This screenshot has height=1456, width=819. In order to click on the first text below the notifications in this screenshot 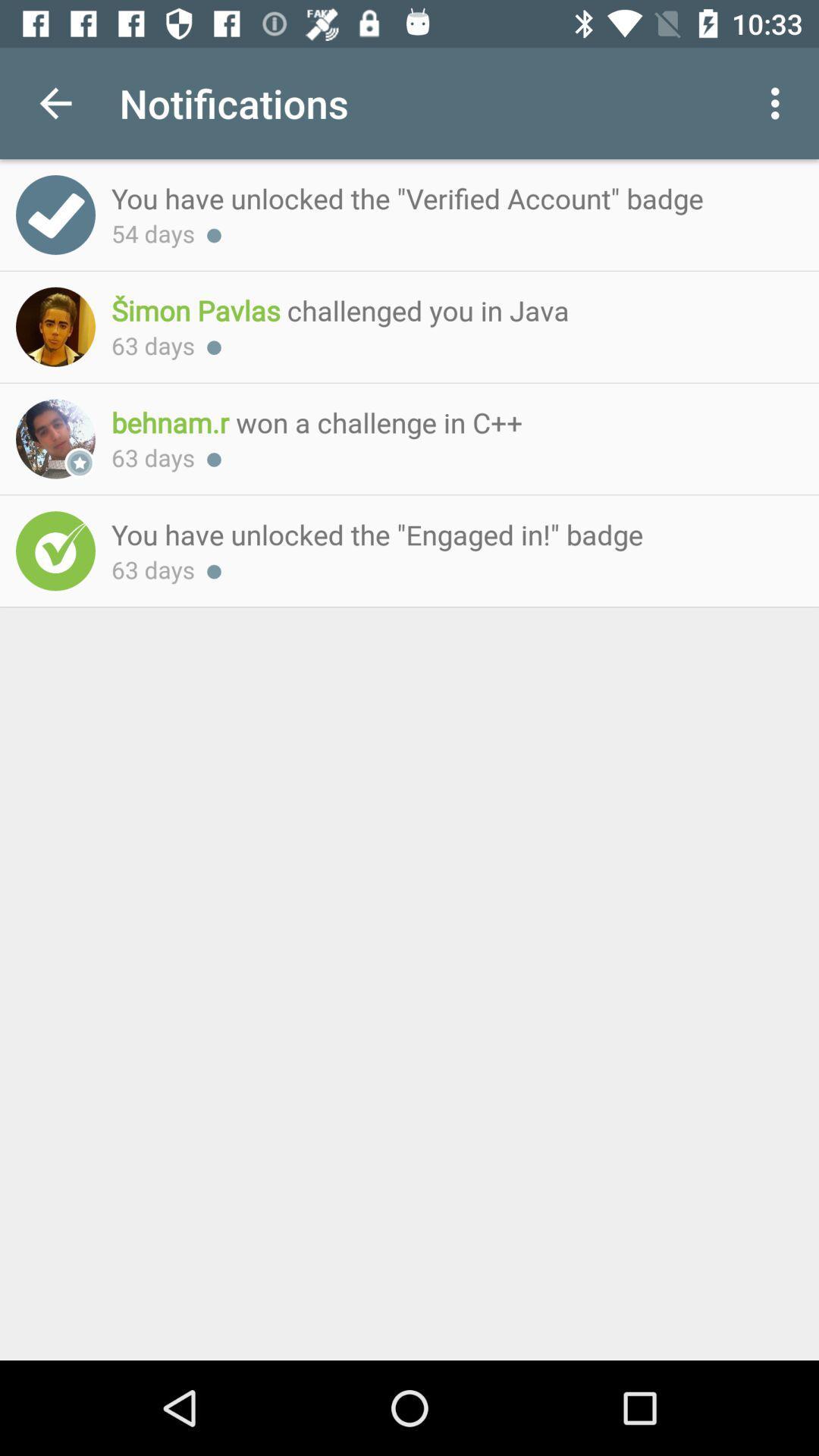, I will do `click(448, 198)`.